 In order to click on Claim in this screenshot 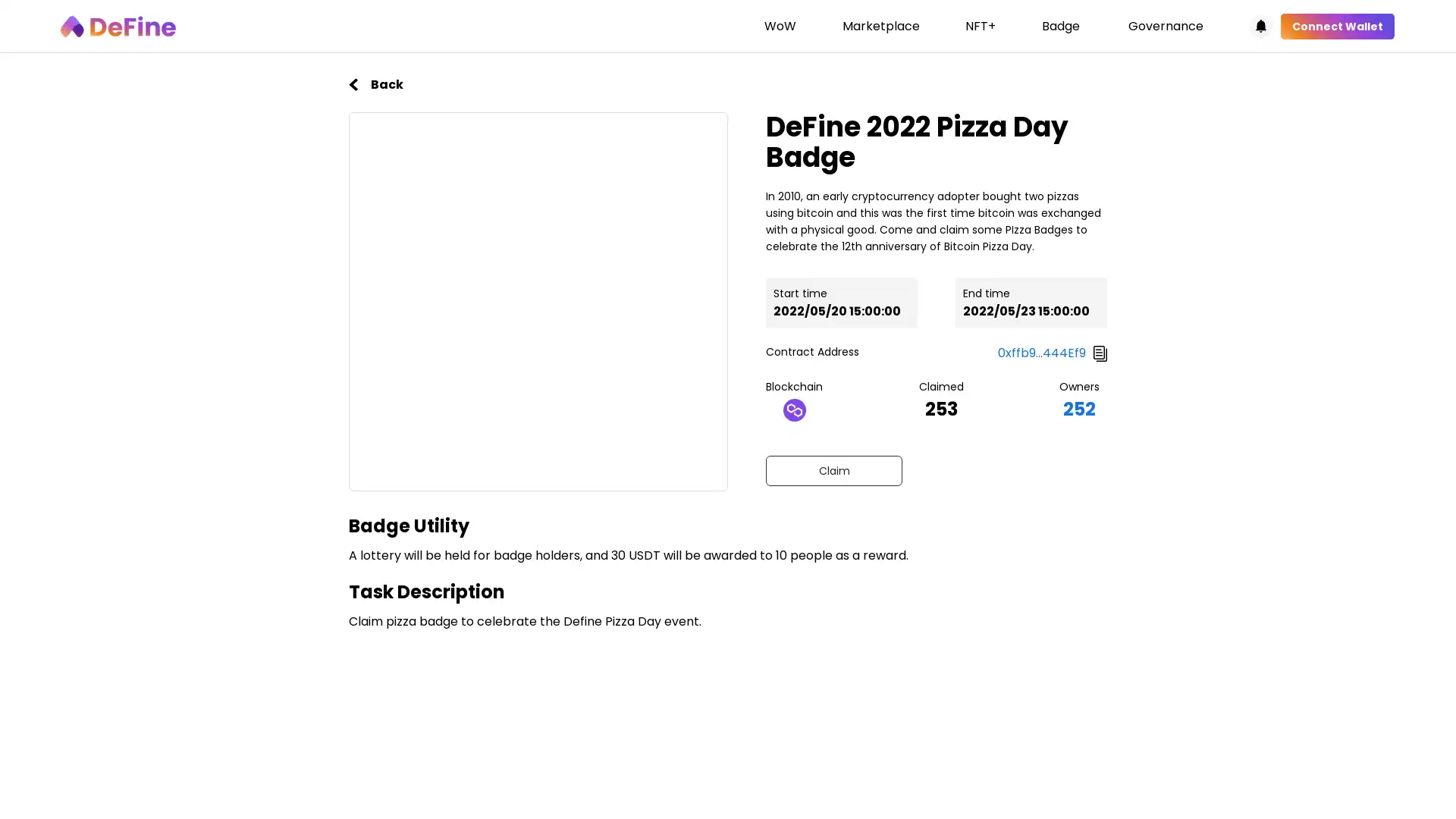, I will do `click(833, 469)`.